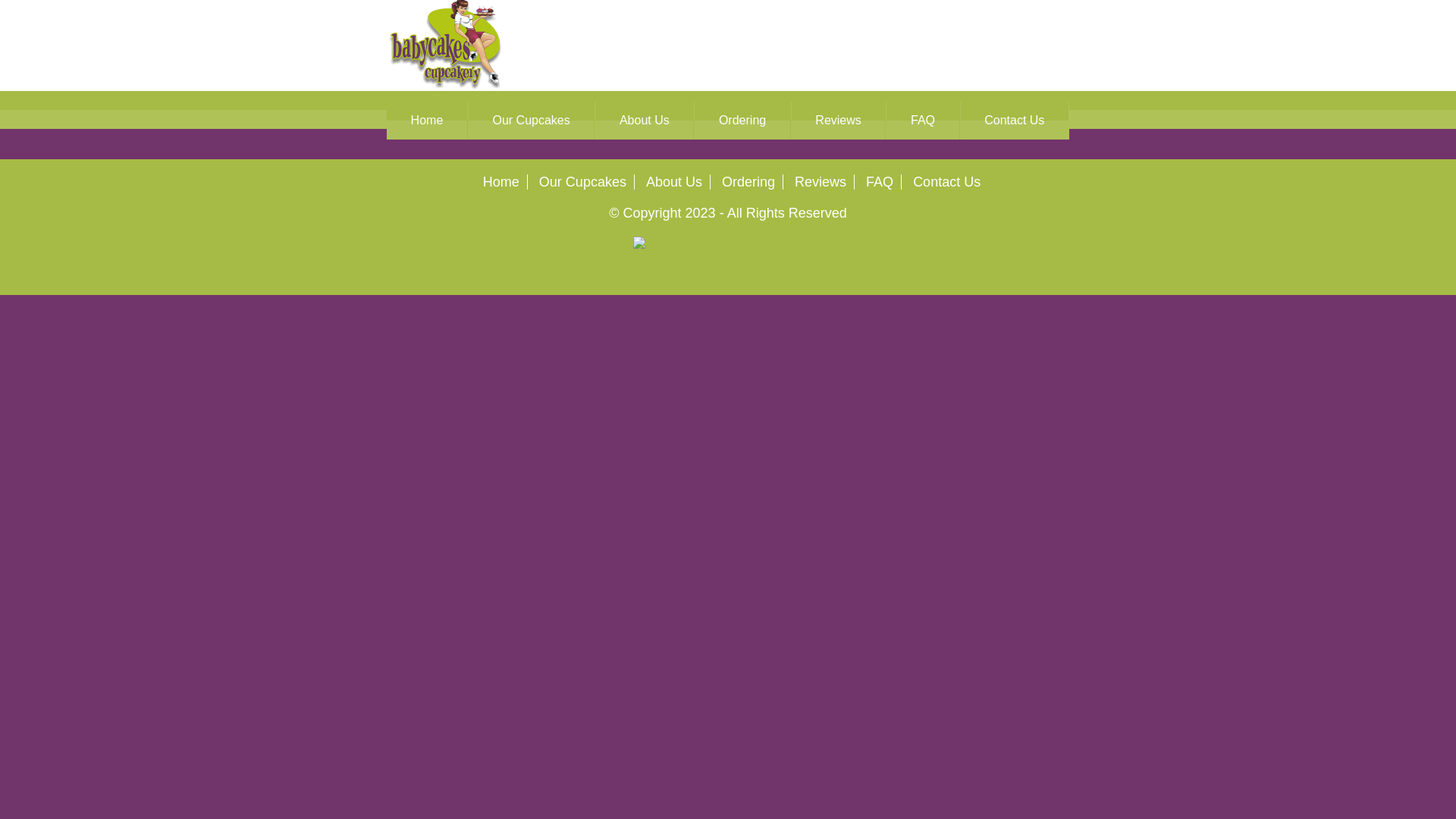  I want to click on 'Reviews', so click(819, 180).